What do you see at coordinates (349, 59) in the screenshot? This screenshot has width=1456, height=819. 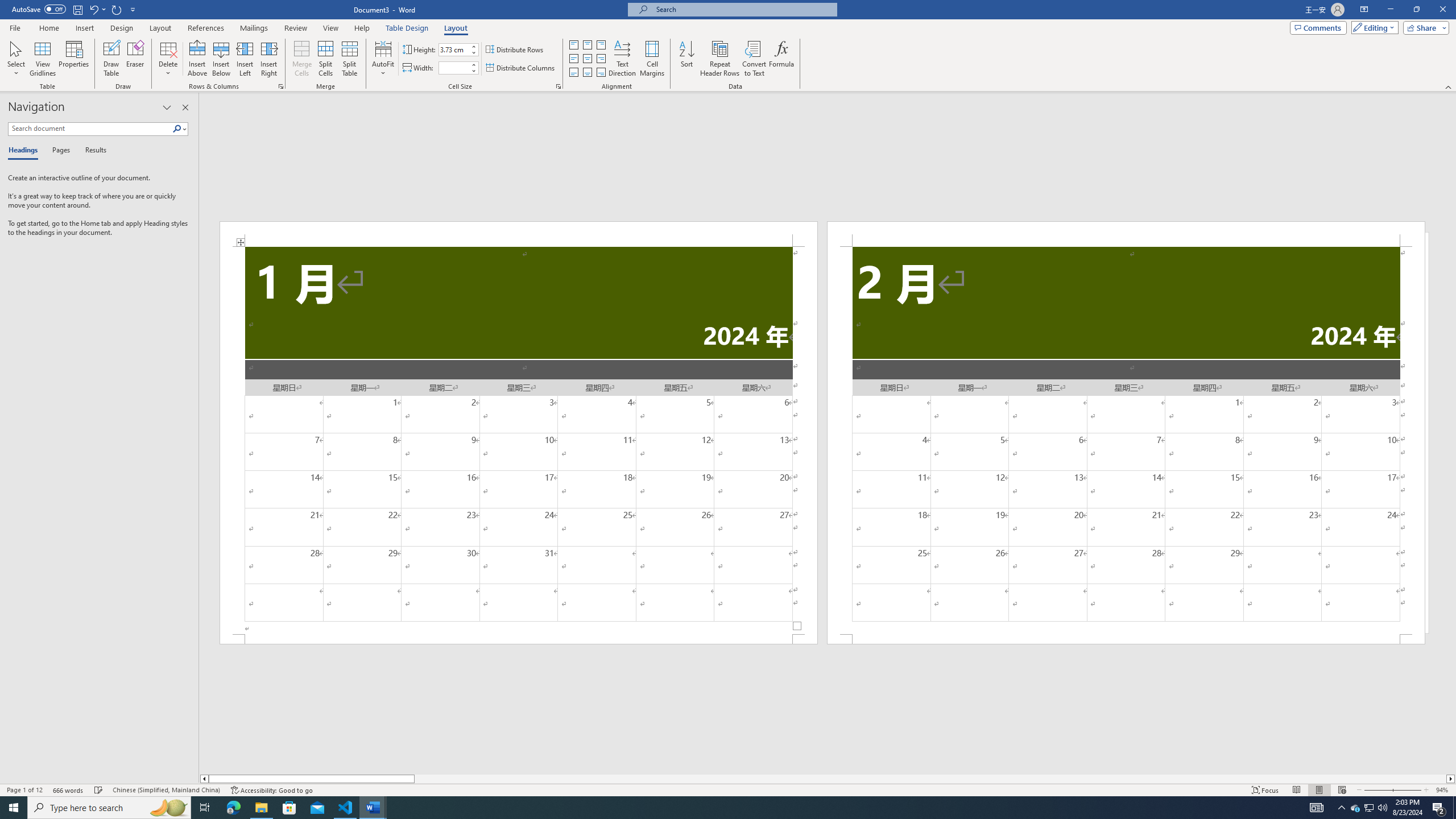 I see `'Split Table'` at bounding box center [349, 59].